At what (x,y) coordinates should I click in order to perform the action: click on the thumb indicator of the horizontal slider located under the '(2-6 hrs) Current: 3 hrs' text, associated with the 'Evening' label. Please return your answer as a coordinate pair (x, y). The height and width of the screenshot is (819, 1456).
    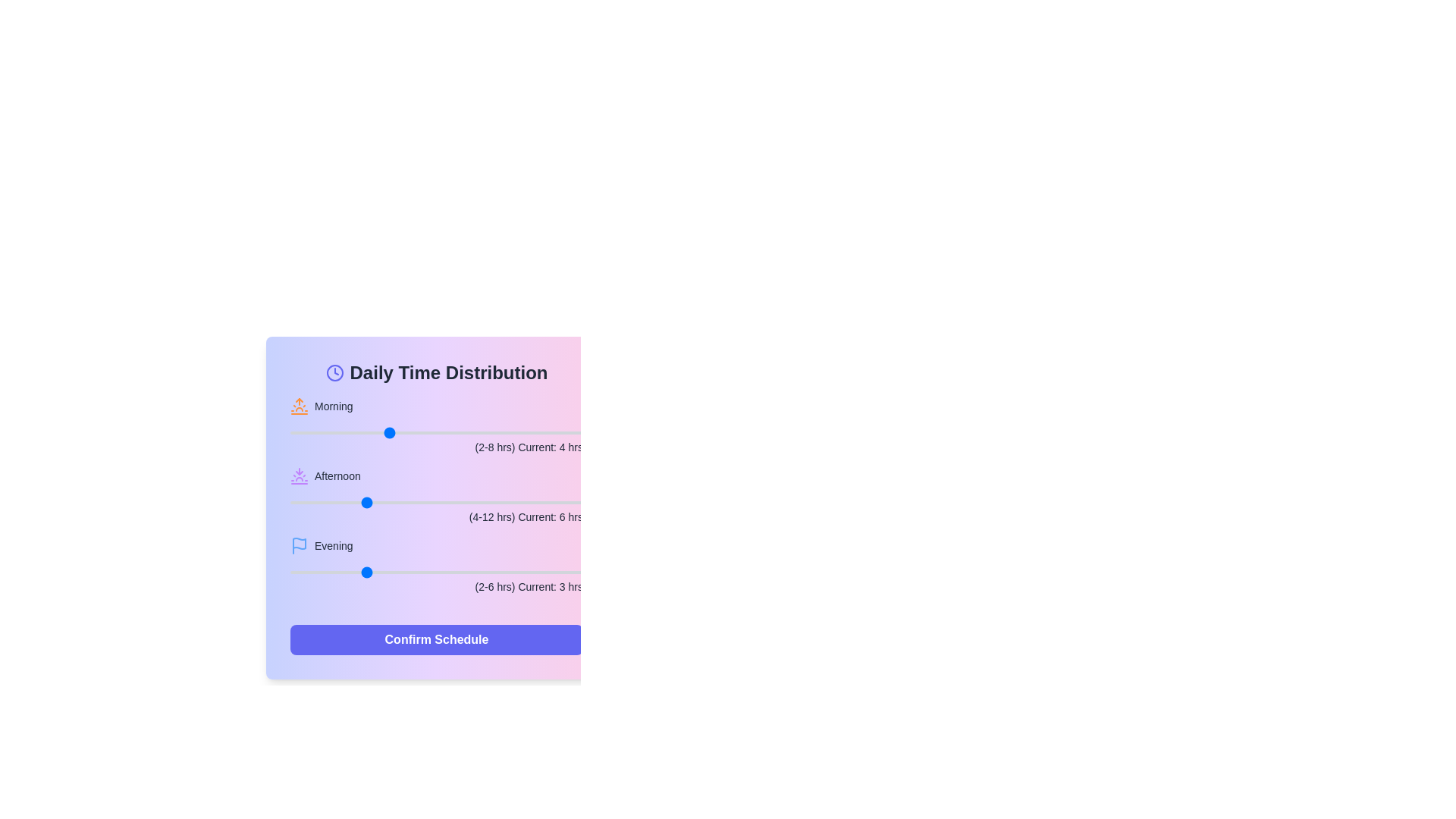
    Looking at the image, I should click on (436, 573).